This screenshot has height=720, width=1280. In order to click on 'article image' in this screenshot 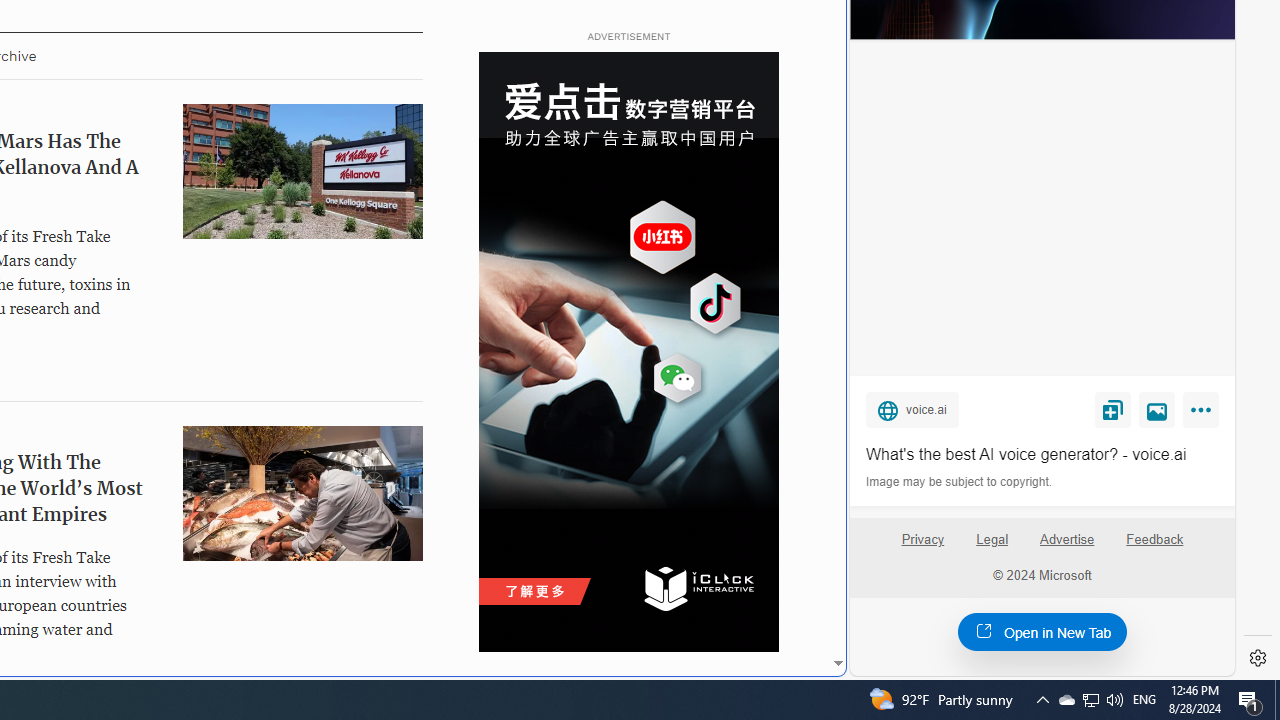, I will do `click(301, 492)`.